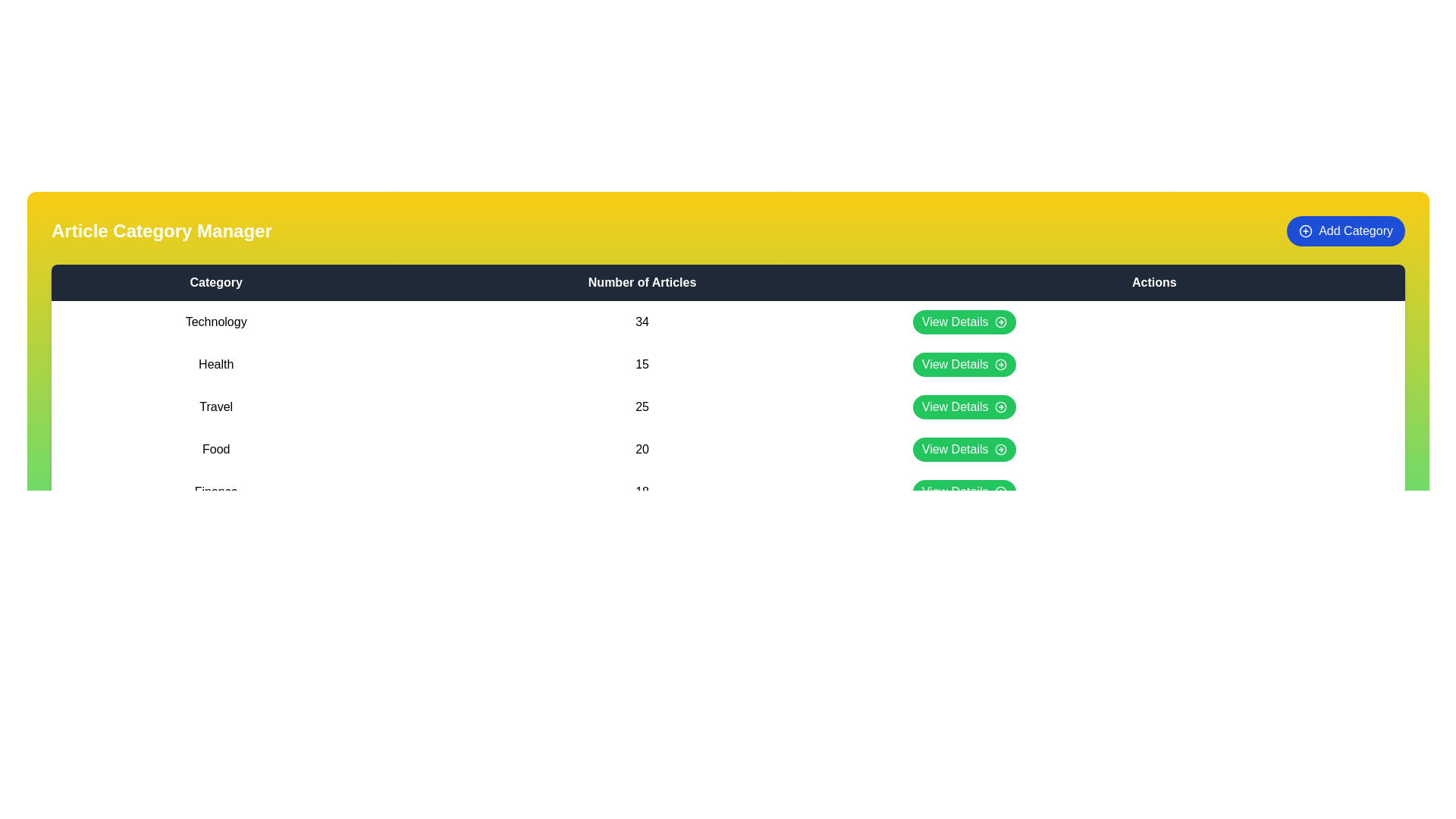  I want to click on the category name Food in the table, so click(215, 449).